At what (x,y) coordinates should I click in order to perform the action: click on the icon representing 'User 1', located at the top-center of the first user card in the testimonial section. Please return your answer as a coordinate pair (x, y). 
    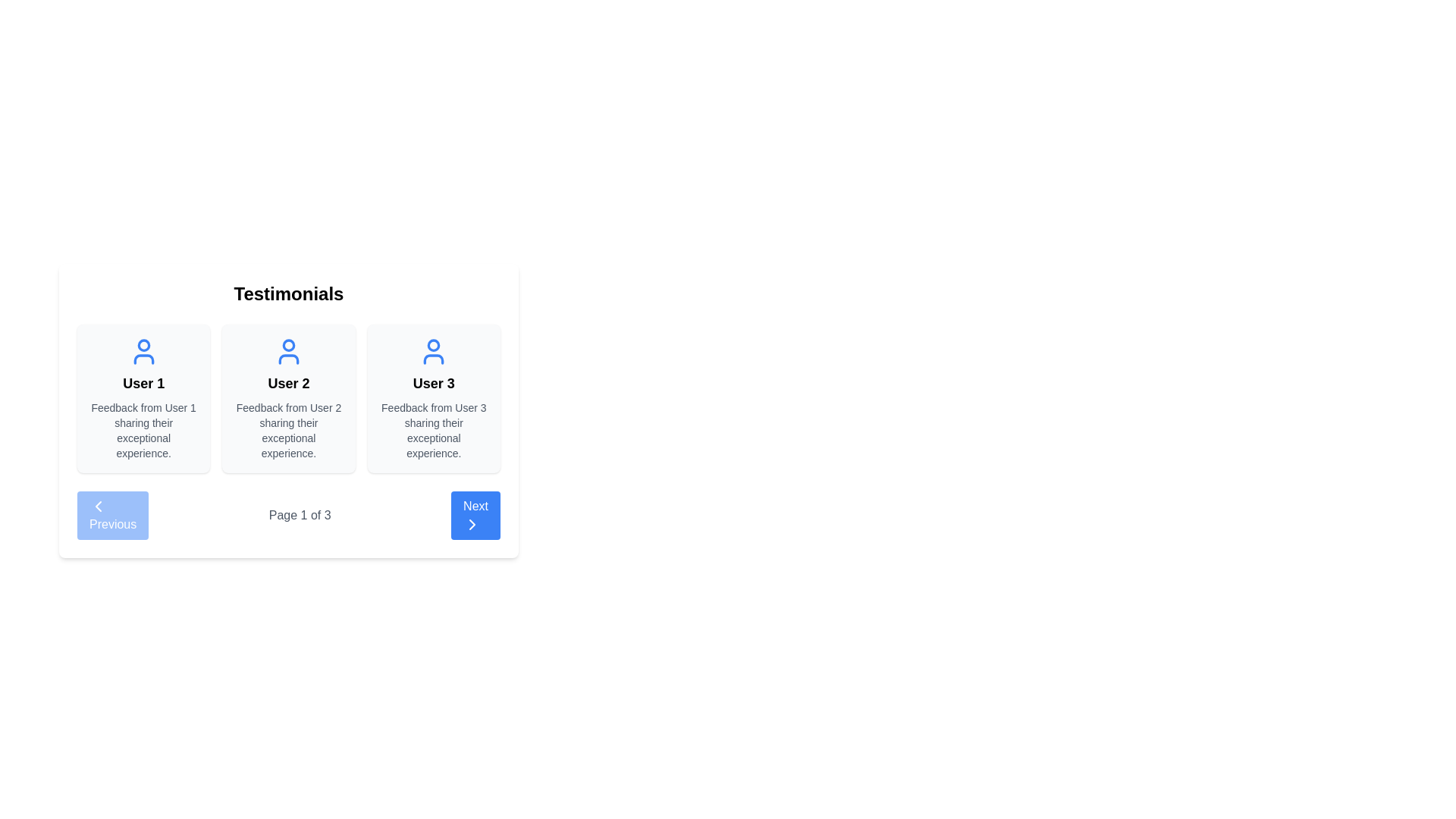
    Looking at the image, I should click on (143, 351).